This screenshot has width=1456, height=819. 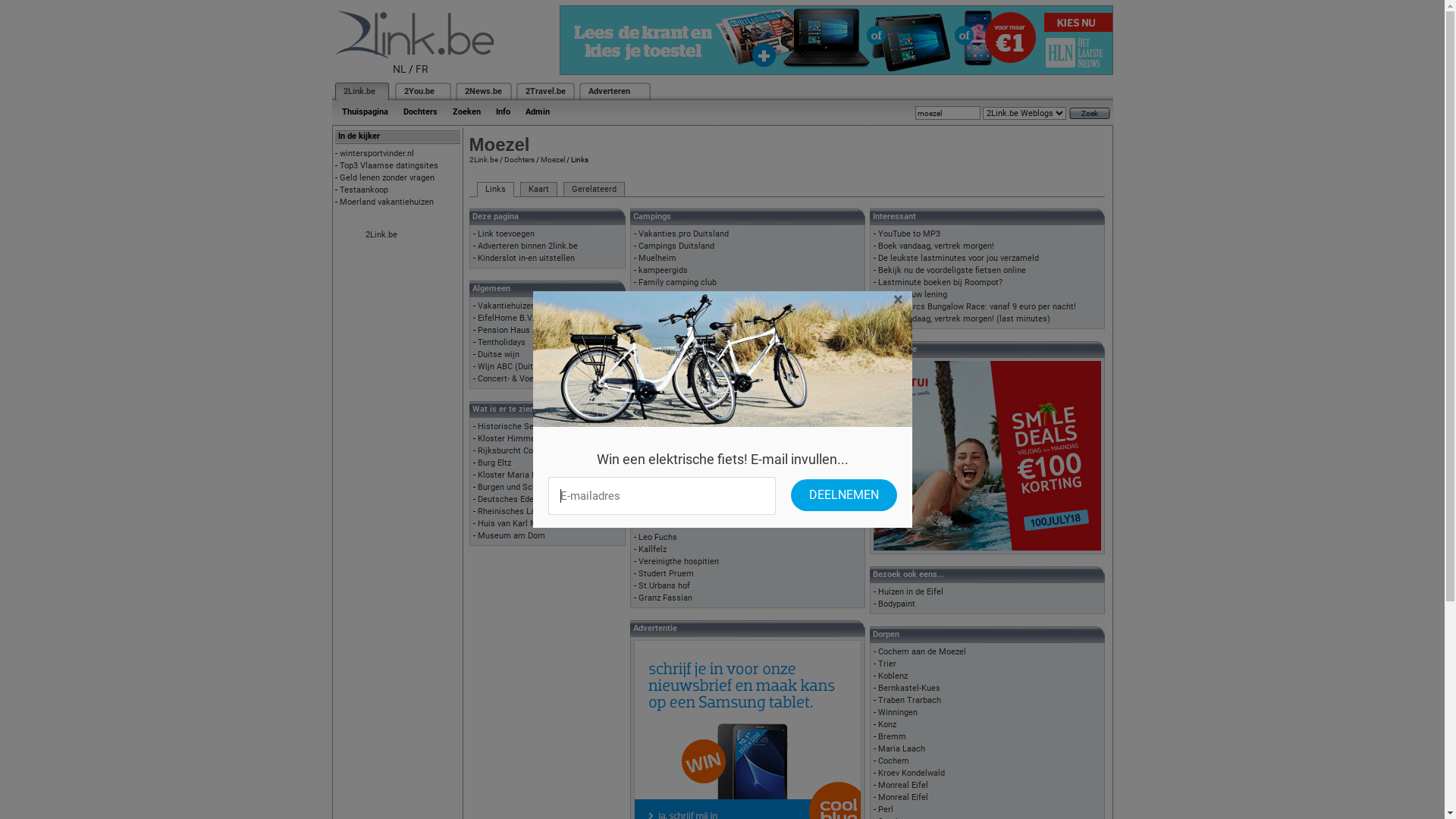 I want to click on 'Concert- & Voetbaltickets', so click(x=476, y=378).